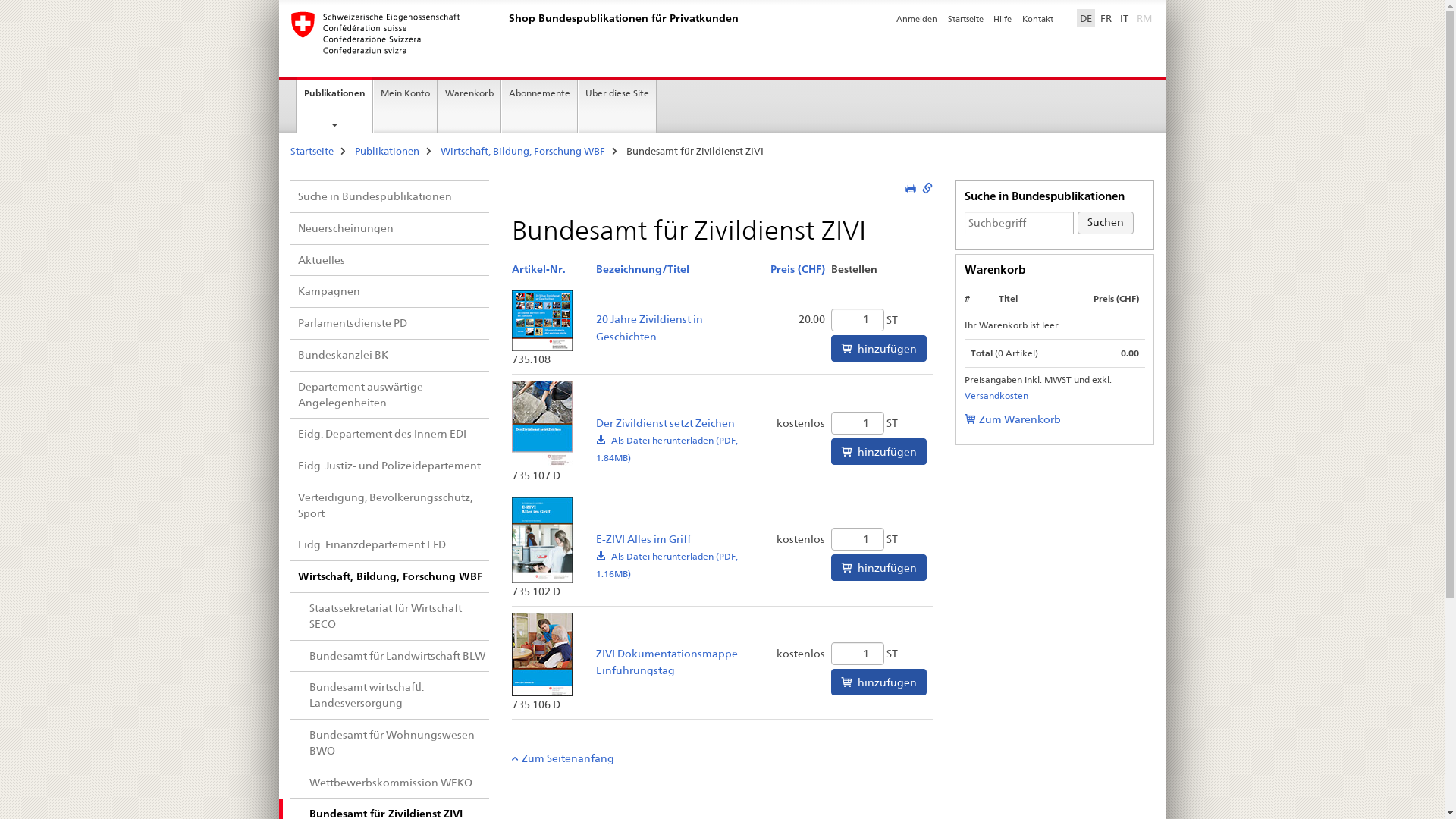 Image resolution: width=1456 pixels, height=819 pixels. What do you see at coordinates (290, 355) in the screenshot?
I see `'Bundeskanzlei BK'` at bounding box center [290, 355].